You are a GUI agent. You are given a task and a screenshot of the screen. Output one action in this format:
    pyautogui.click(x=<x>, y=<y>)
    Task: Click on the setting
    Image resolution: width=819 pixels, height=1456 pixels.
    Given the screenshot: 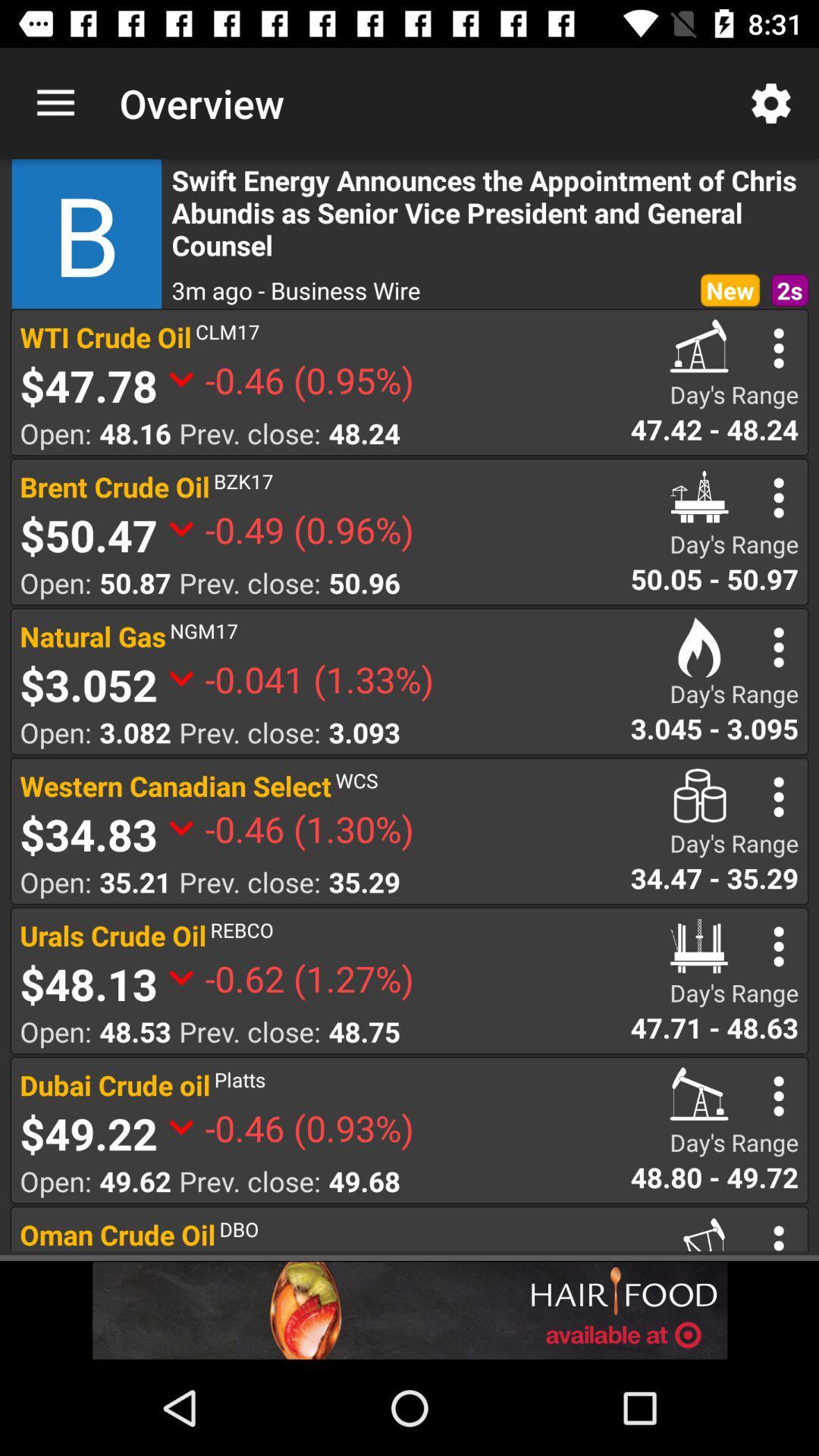 What is the action you would take?
    pyautogui.click(x=779, y=497)
    